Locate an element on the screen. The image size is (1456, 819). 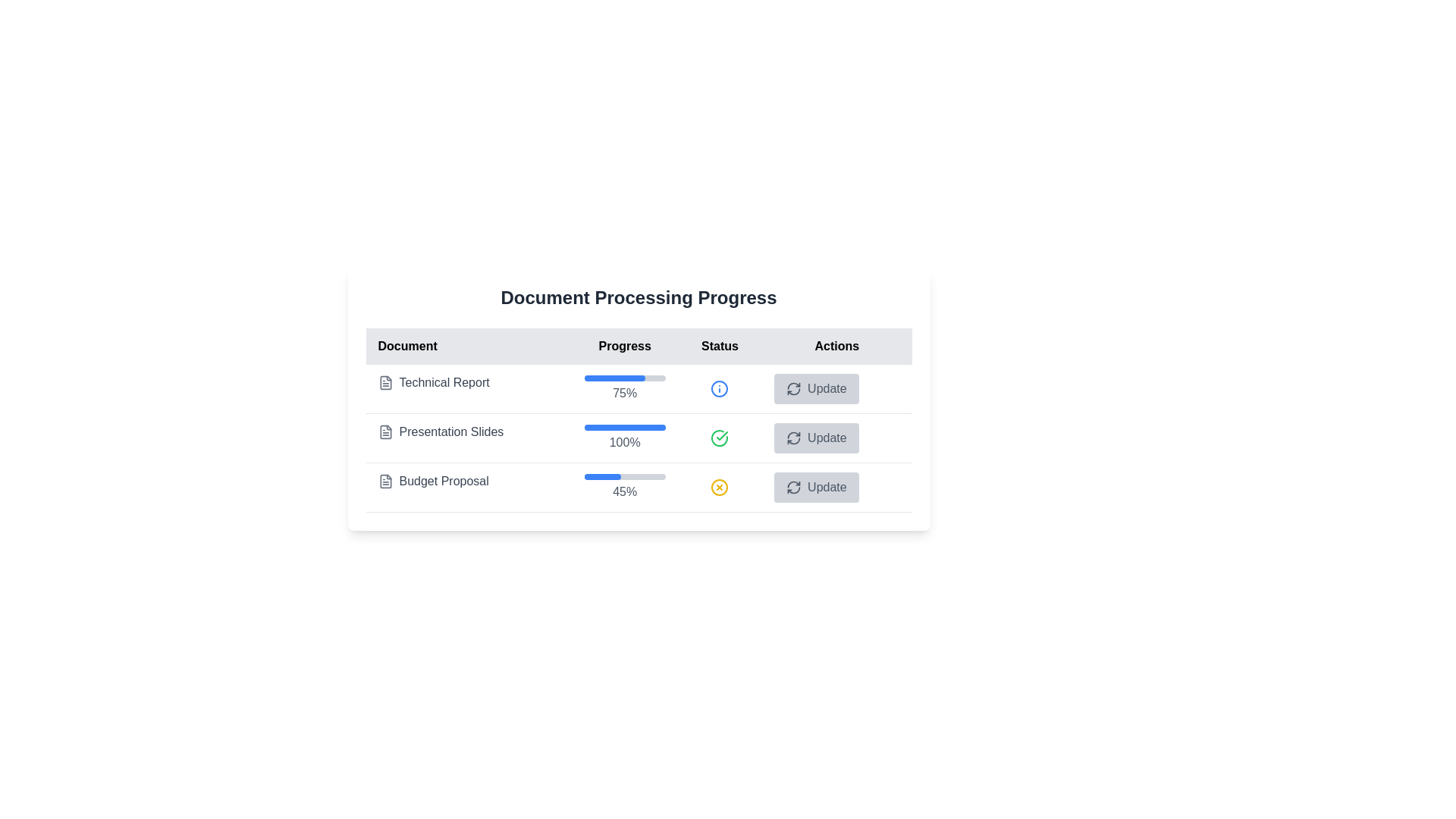
the circular icon with two arrowheads forming a clockwise rotation, located is located at coordinates (793, 438).